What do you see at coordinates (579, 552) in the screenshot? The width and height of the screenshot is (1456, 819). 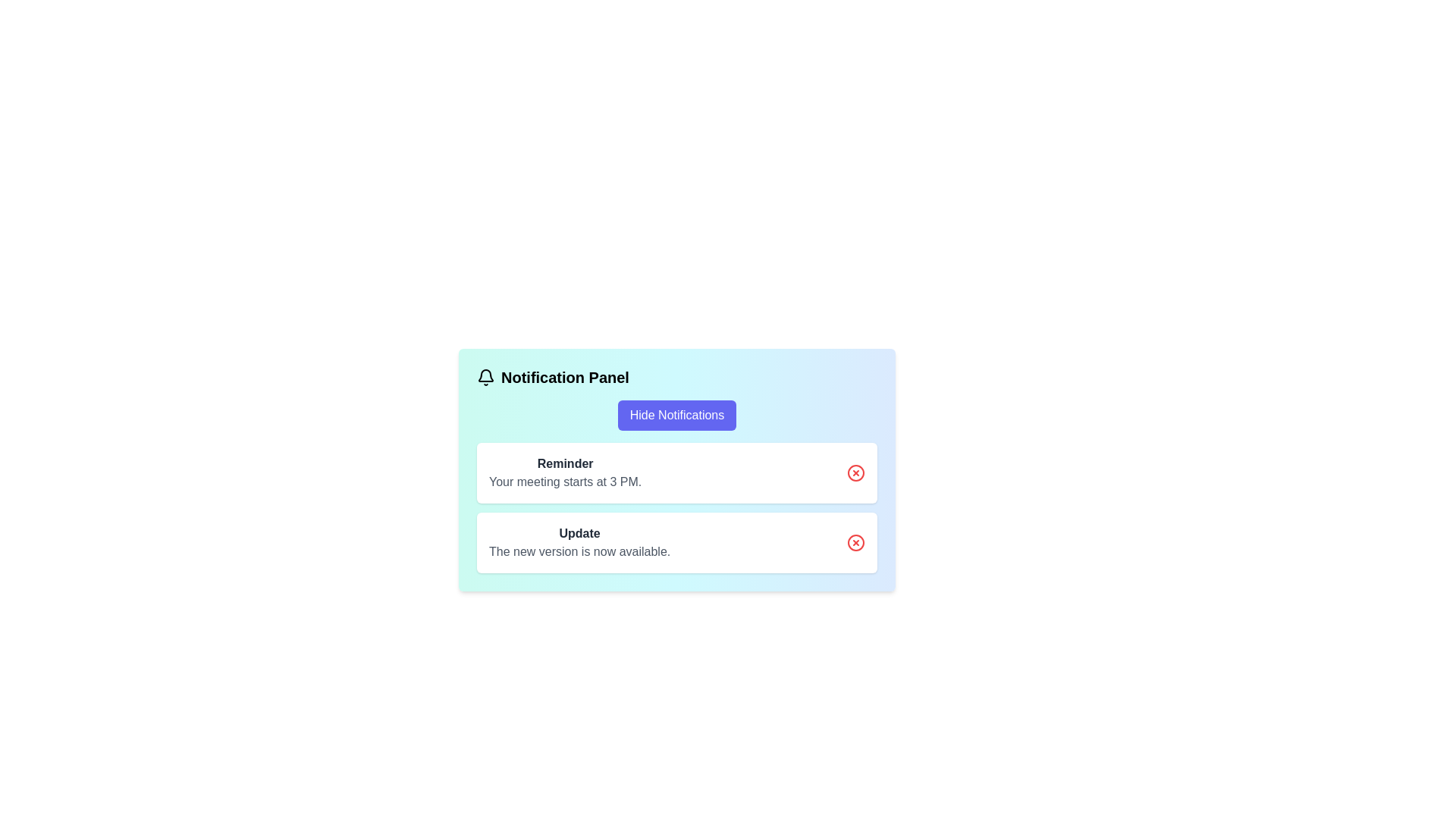 I see `static text that says 'The new version is now available.' which is styled in gray and located below the 'Update' title in the notification card` at bounding box center [579, 552].